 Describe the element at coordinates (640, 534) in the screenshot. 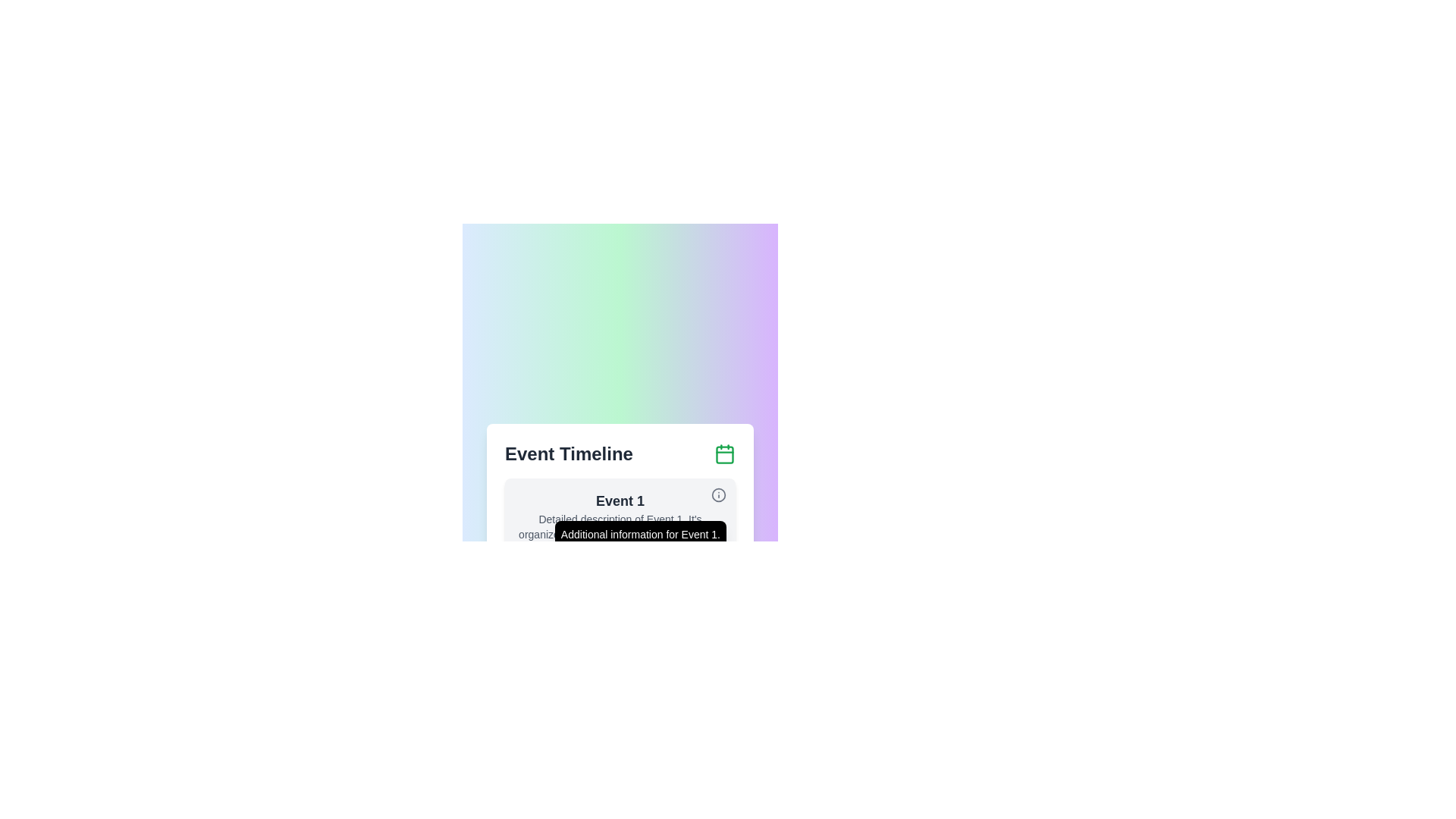

I see `the informational tooltip related to 'Event 1', which is a static text element located at the bottom right of the event card` at that location.